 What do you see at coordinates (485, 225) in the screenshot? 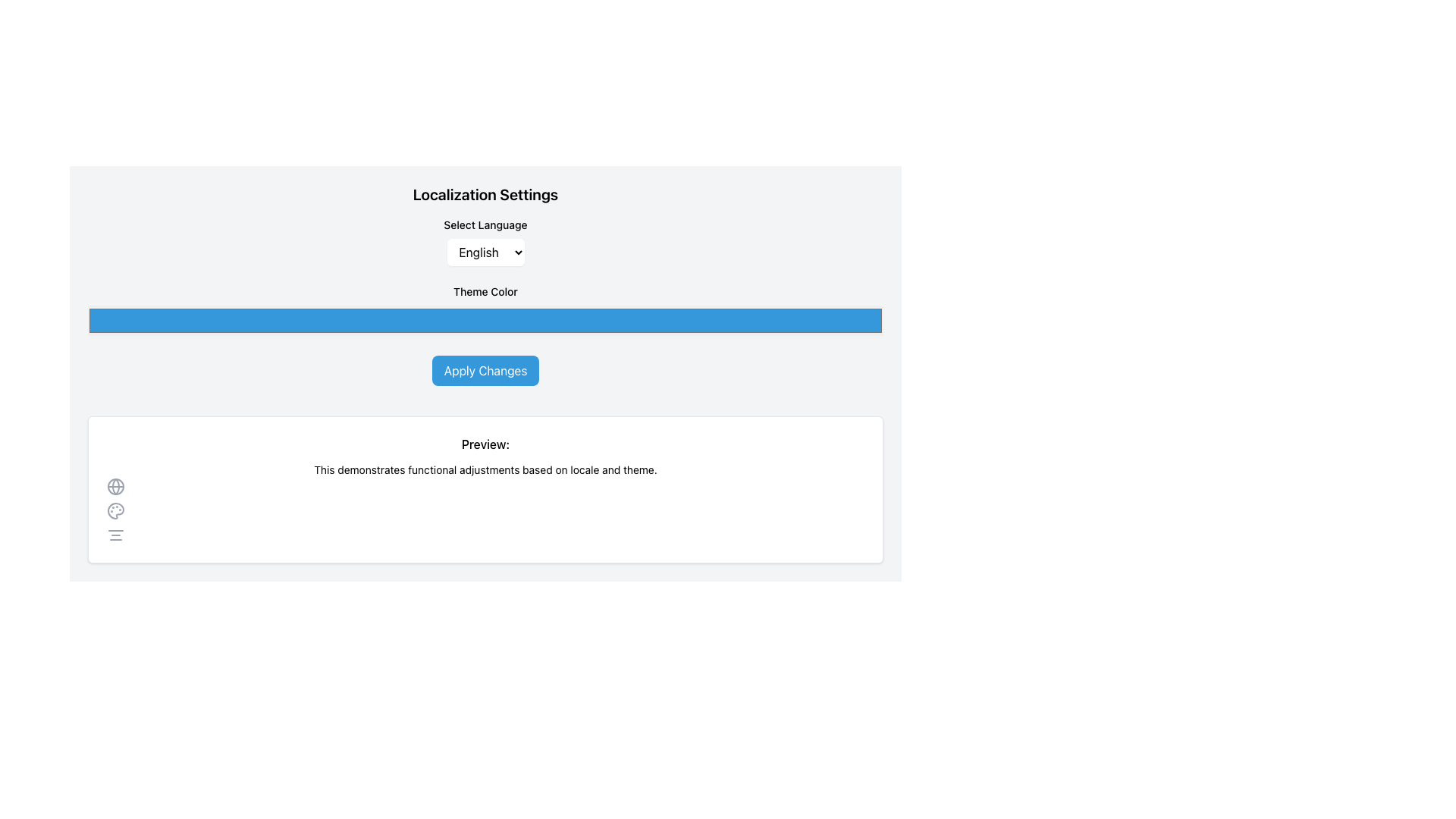
I see `the Text Label that describes the language selection field, positioned above the dropdown menu` at bounding box center [485, 225].